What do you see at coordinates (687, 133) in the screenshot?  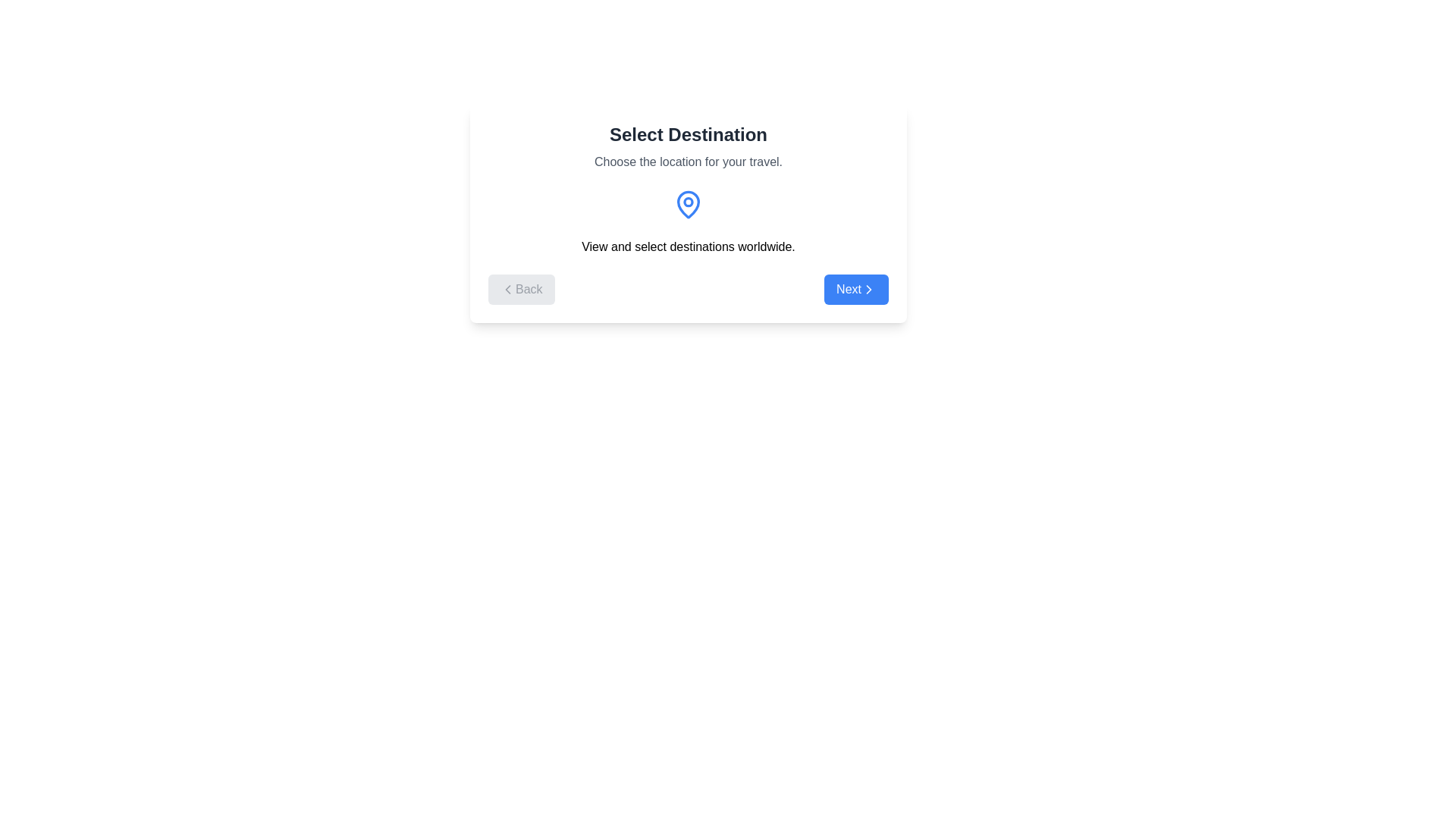 I see `bold text 'Select Destination' located at the top of the centered card or modal interface` at bounding box center [687, 133].